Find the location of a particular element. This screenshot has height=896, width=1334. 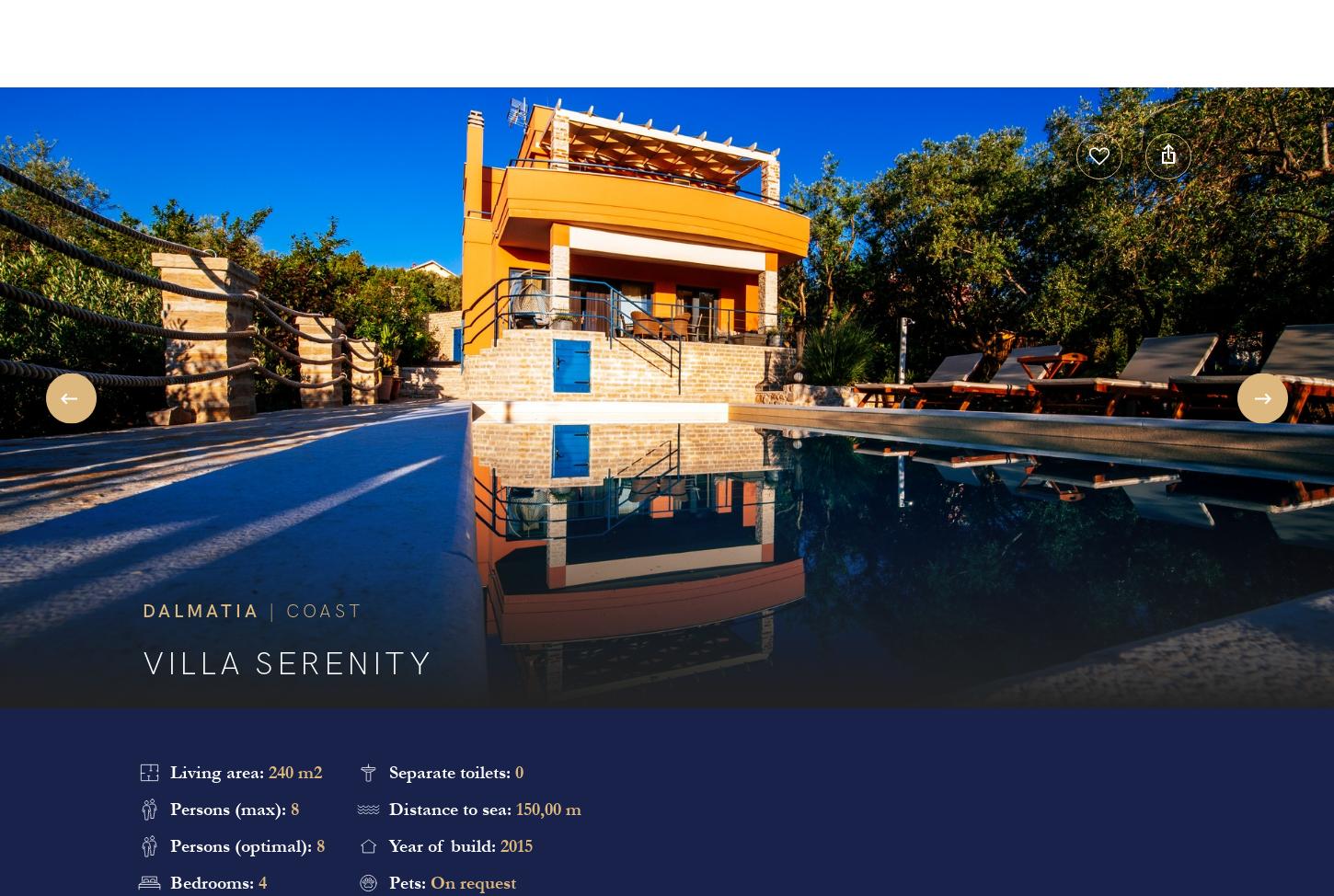

'5,00' is located at coordinates (665, 381).